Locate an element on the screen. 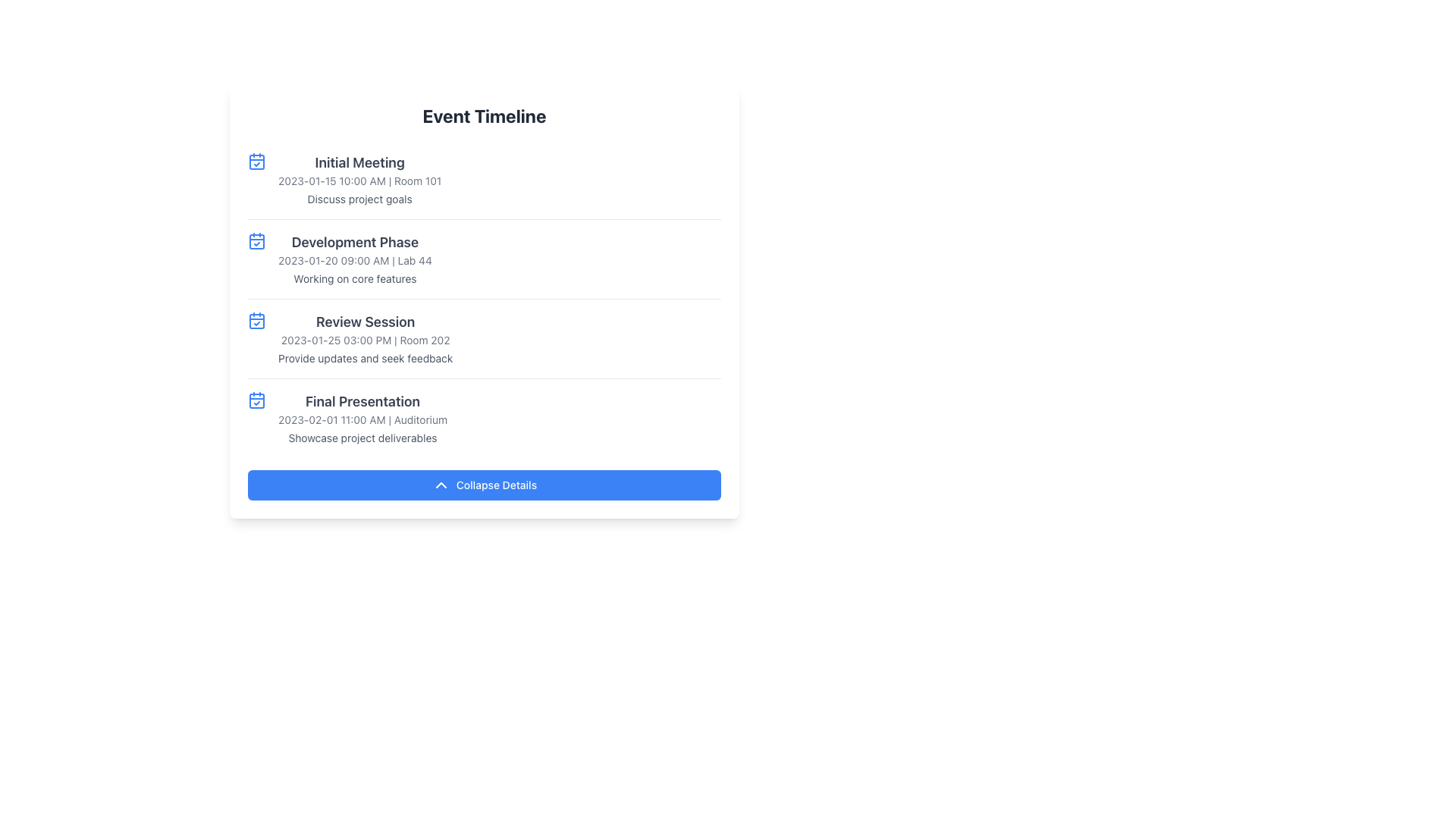 The width and height of the screenshot is (1456, 819). the second item in the 'Event Timeline' section, which details a specific phase including its title, date, time, location, and description is located at coordinates (483, 257).